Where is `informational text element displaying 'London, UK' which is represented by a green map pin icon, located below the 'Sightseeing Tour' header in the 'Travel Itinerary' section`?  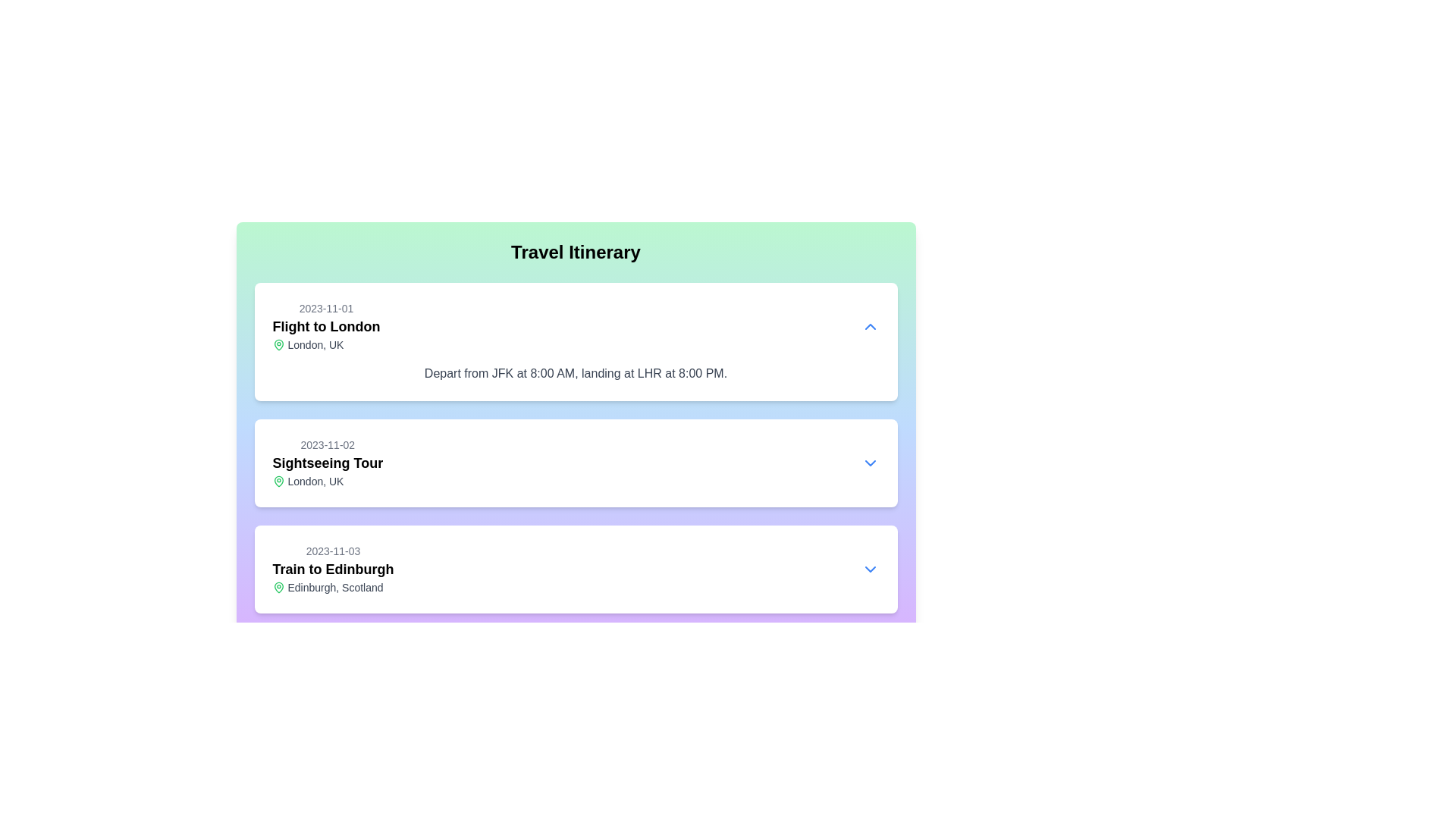
informational text element displaying 'London, UK' which is represented by a green map pin icon, located below the 'Sightseeing Tour' header in the 'Travel Itinerary' section is located at coordinates (327, 482).